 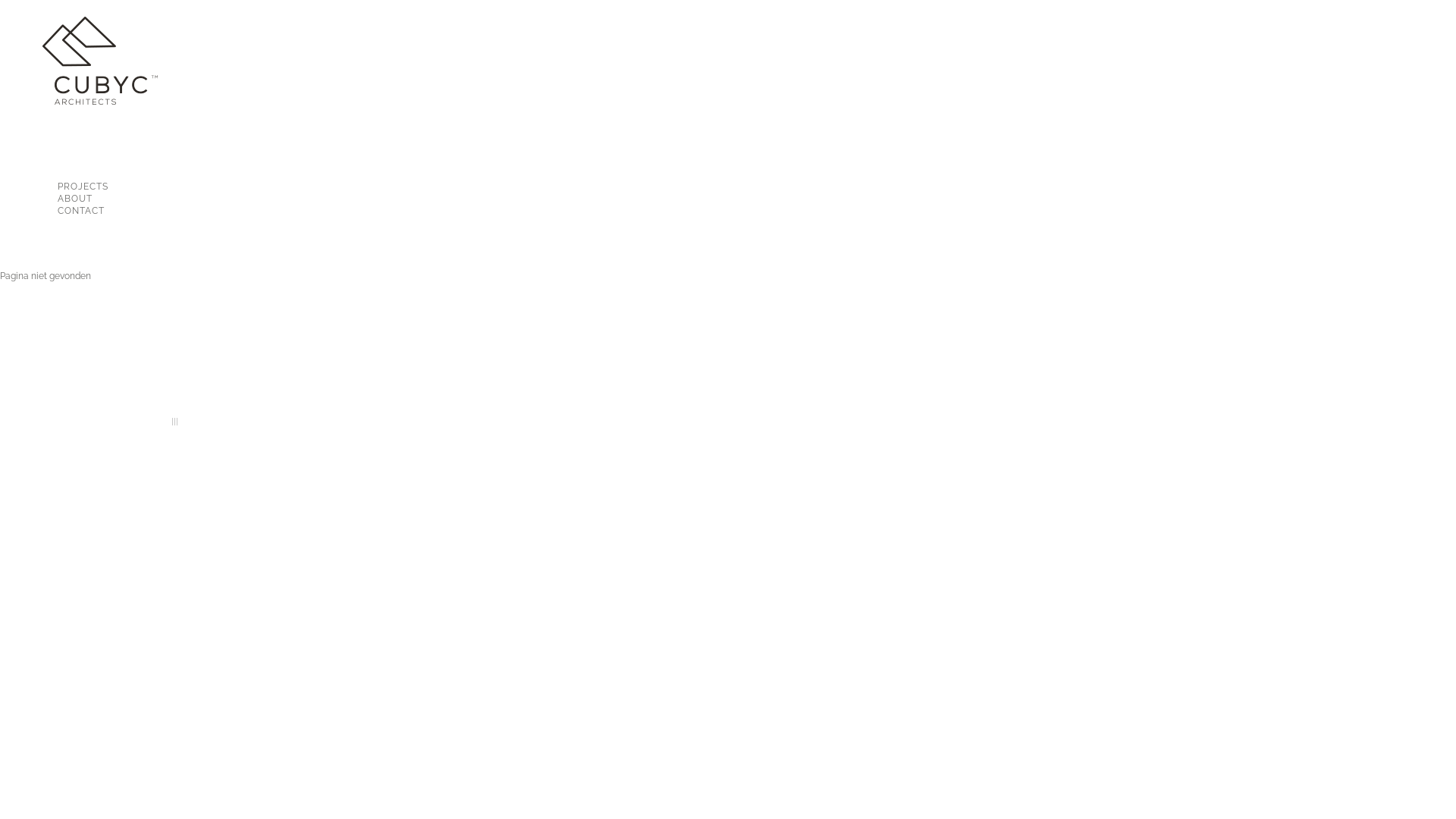 What do you see at coordinates (96, 186) in the screenshot?
I see `'PROJECTS'` at bounding box center [96, 186].